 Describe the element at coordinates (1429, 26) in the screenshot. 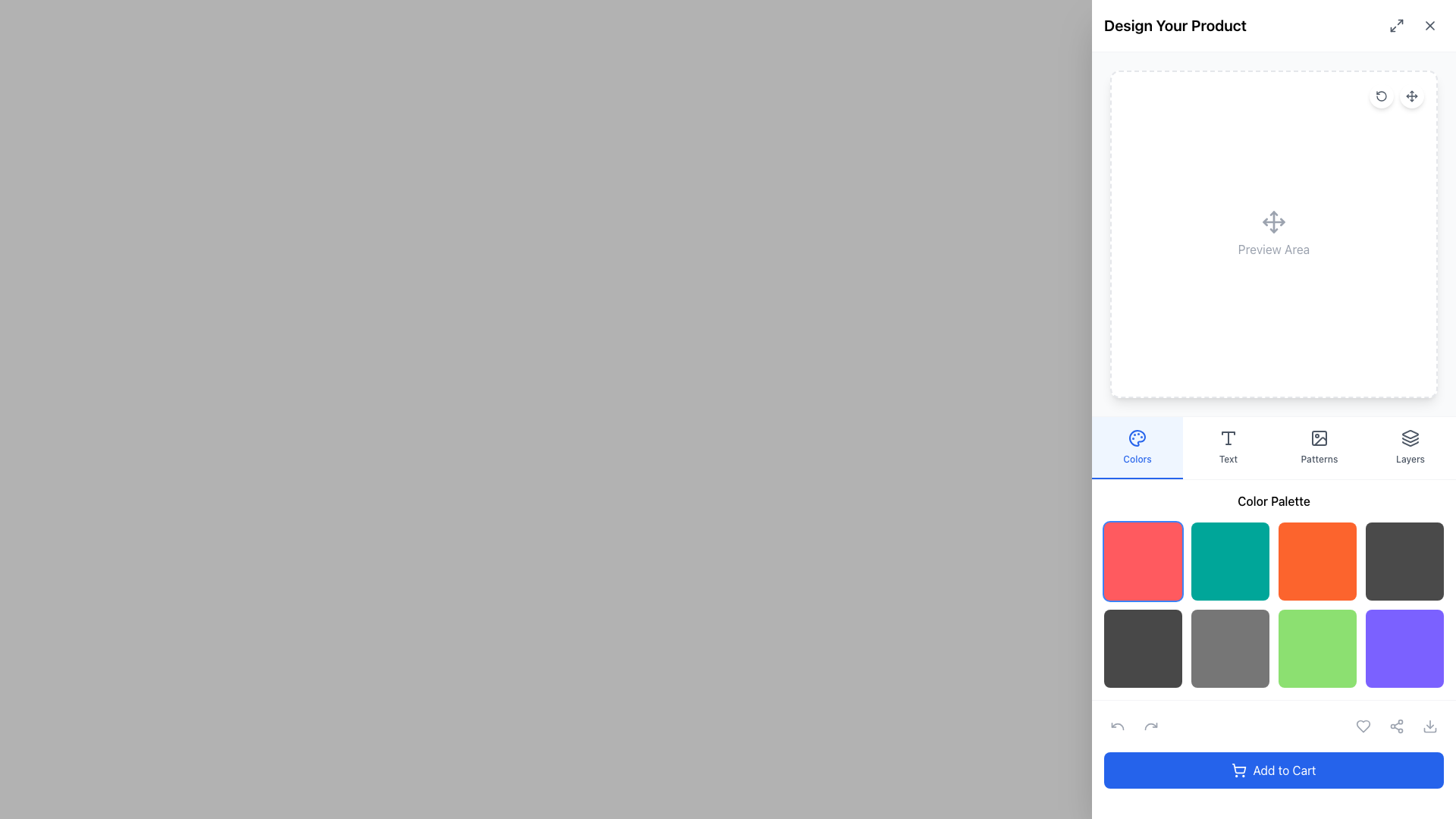

I see `the small gray 'X' icon in the top-right corner of the 'Design Your Product' interface` at that location.